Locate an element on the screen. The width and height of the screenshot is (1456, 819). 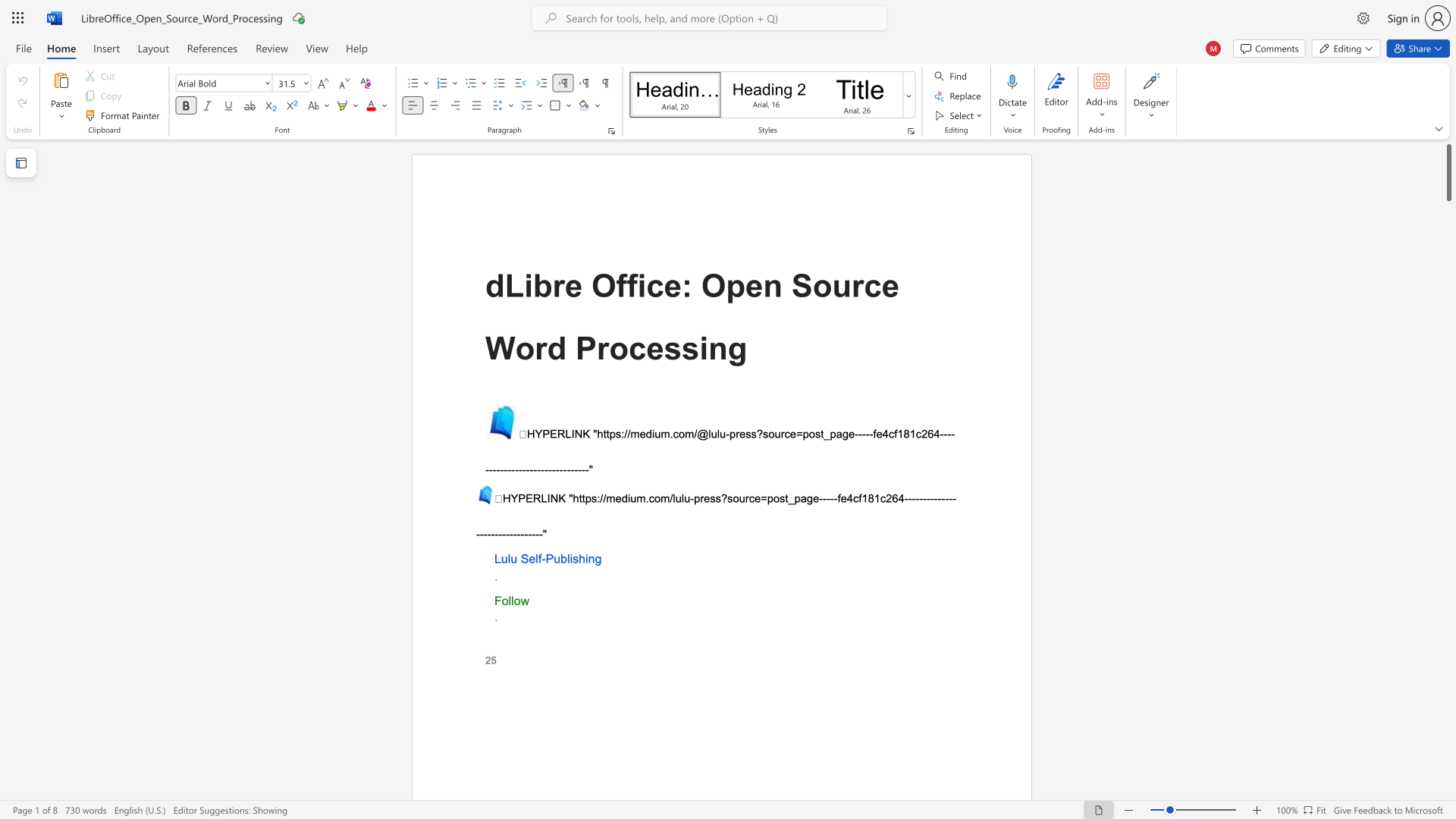
the scrollbar to move the page downward is located at coordinates (1448, 485).